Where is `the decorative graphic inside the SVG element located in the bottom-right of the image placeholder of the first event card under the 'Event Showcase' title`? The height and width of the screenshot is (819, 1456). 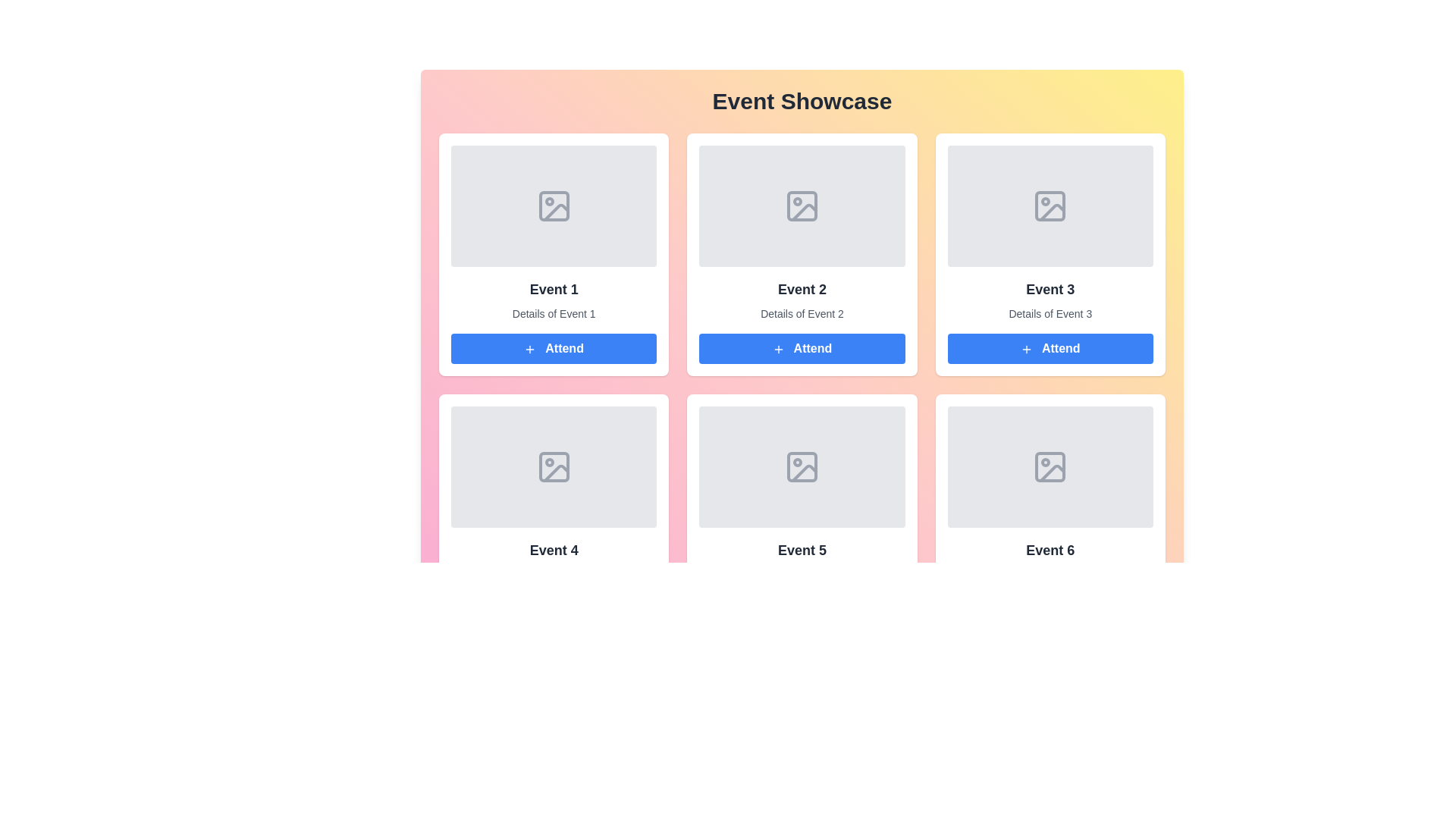
the decorative graphic inside the SVG element located in the bottom-right of the image placeholder of the first event card under the 'Event Showcase' title is located at coordinates (555, 212).